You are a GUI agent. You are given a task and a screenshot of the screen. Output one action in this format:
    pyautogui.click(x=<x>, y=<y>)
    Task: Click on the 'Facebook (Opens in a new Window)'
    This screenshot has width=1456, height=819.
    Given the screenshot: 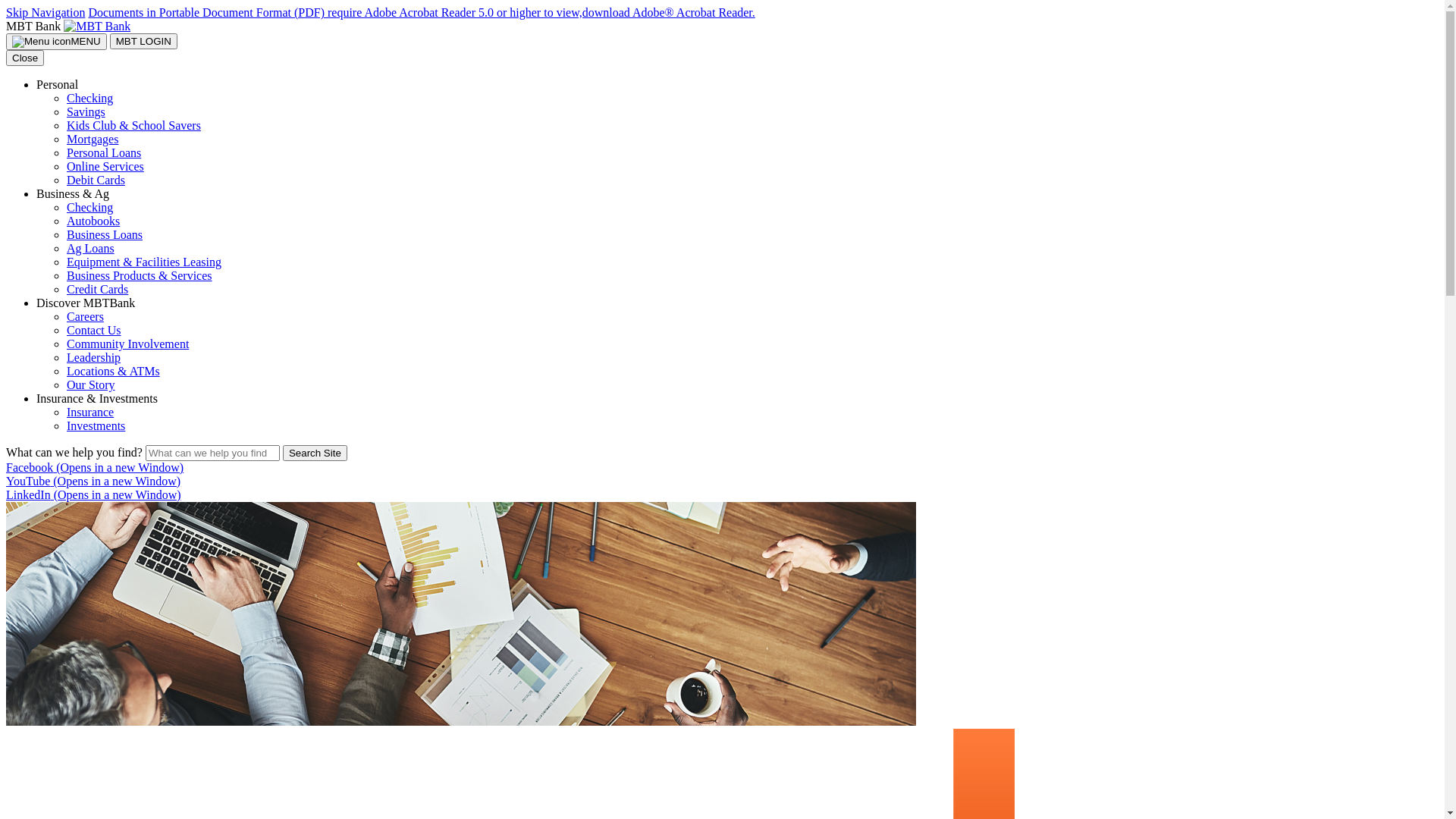 What is the action you would take?
    pyautogui.click(x=93, y=466)
    